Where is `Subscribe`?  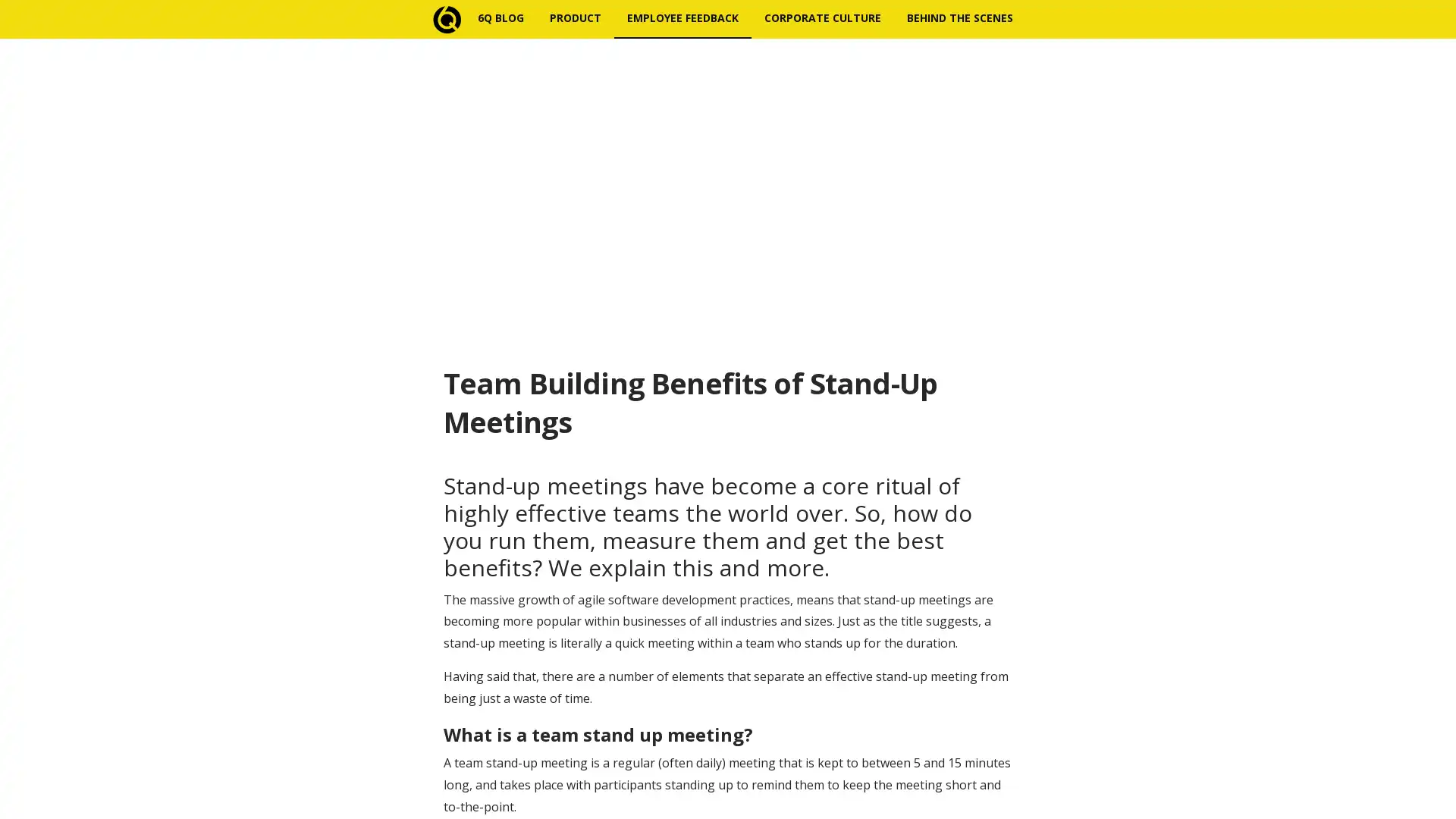 Subscribe is located at coordinates (895, 797).